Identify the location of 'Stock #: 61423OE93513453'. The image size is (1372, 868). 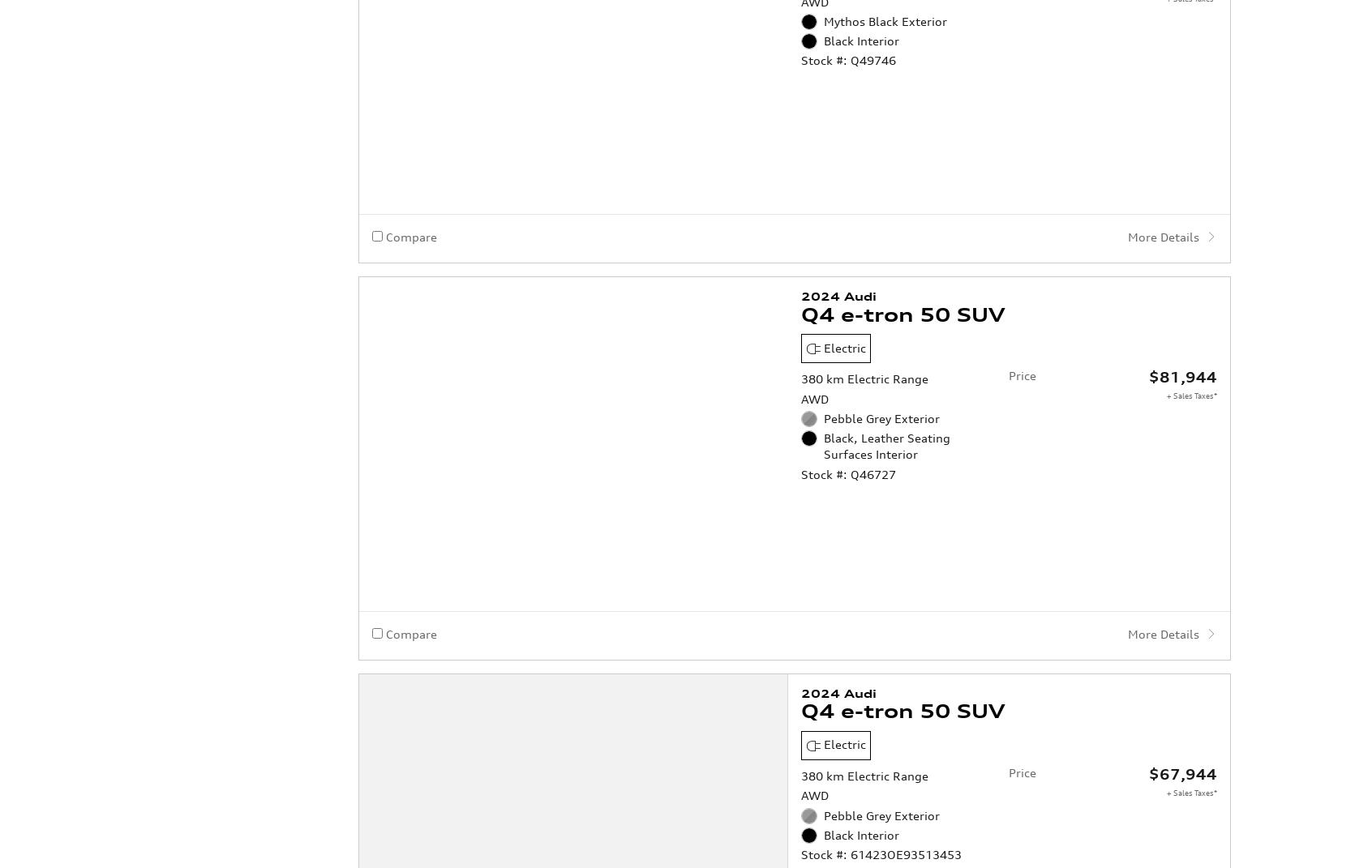
(880, 788).